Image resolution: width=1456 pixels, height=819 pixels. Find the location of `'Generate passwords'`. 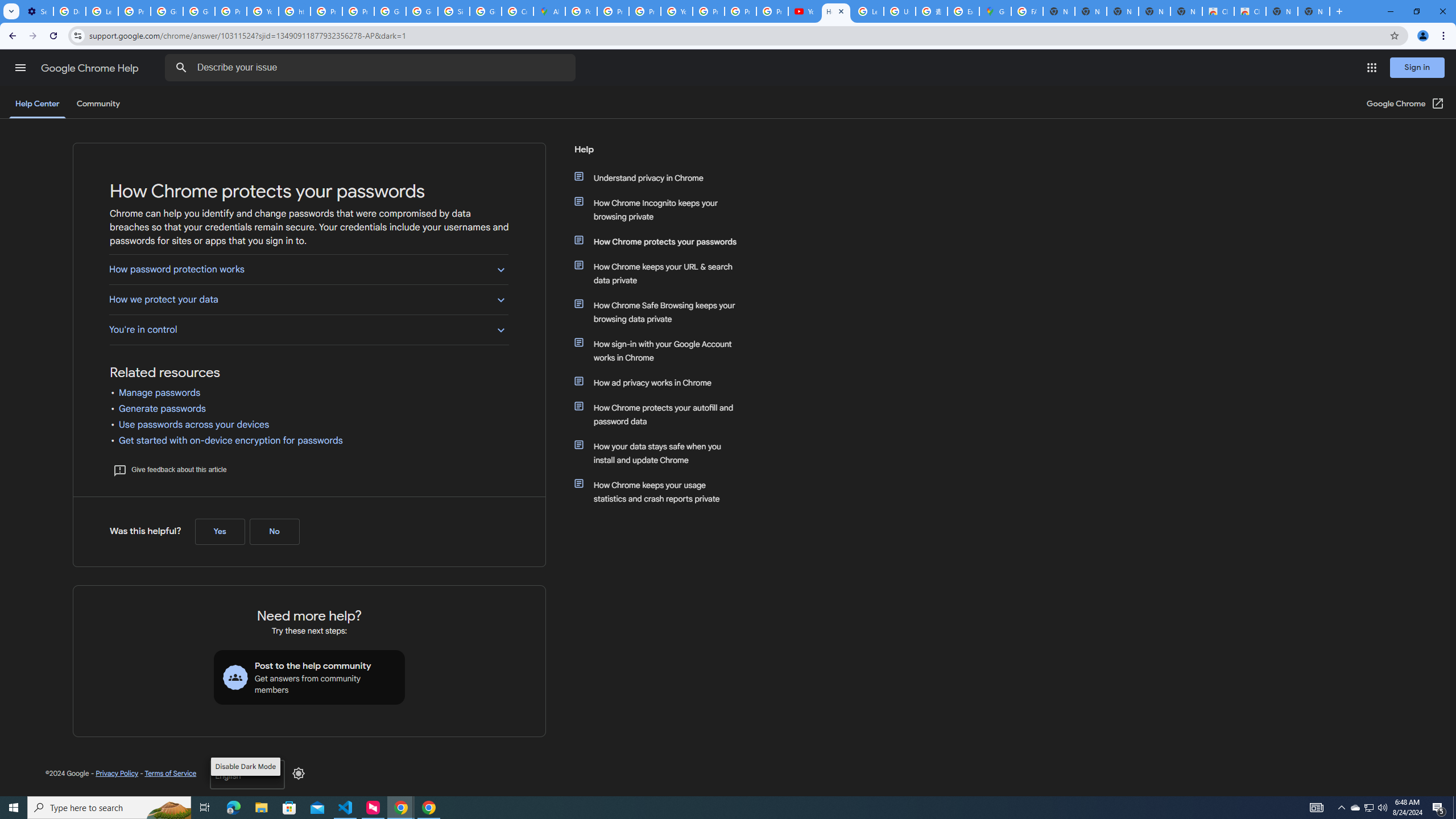

'Generate passwords' is located at coordinates (162, 408).